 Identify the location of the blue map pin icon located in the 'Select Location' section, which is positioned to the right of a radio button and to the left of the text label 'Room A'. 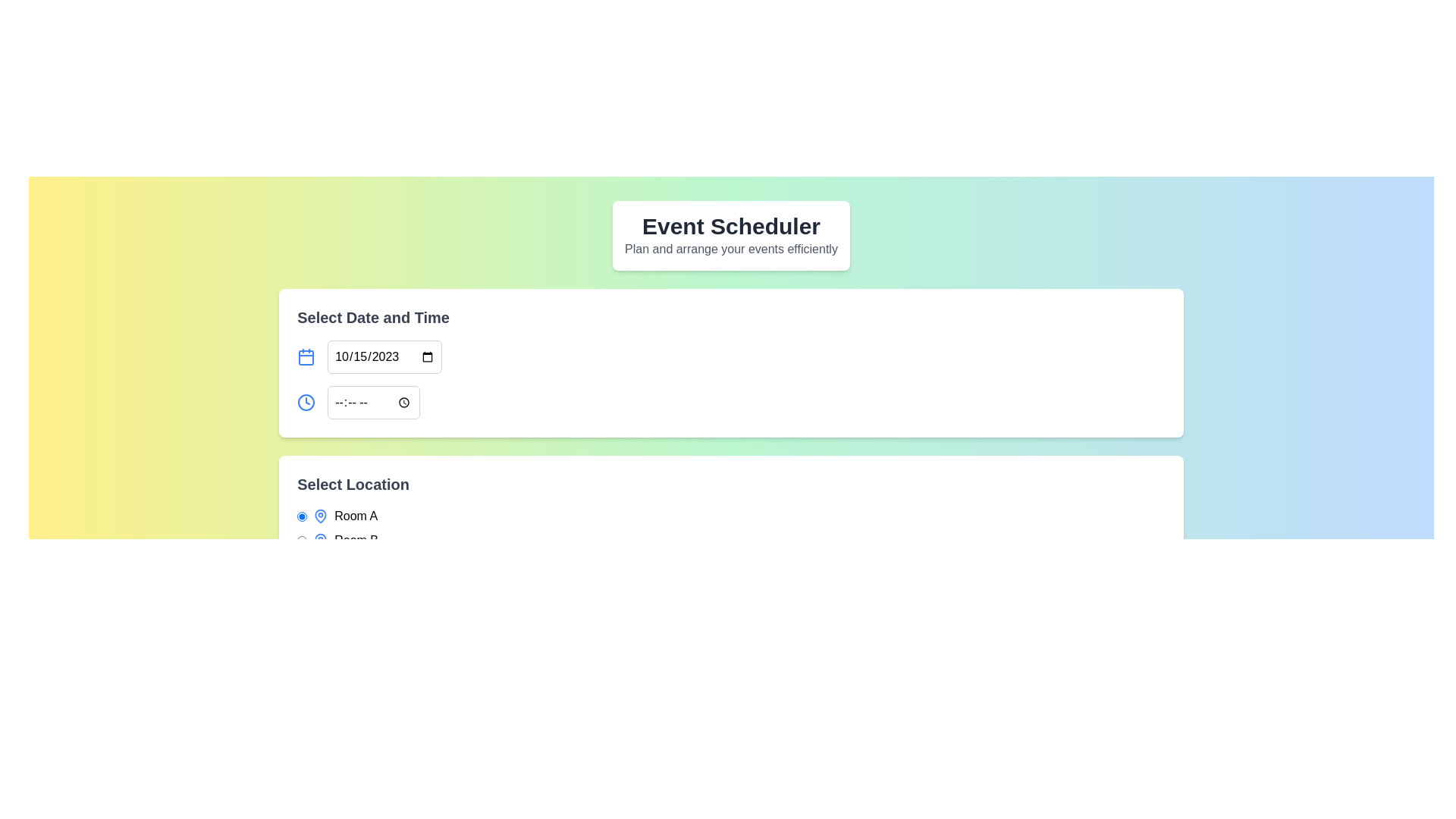
(320, 516).